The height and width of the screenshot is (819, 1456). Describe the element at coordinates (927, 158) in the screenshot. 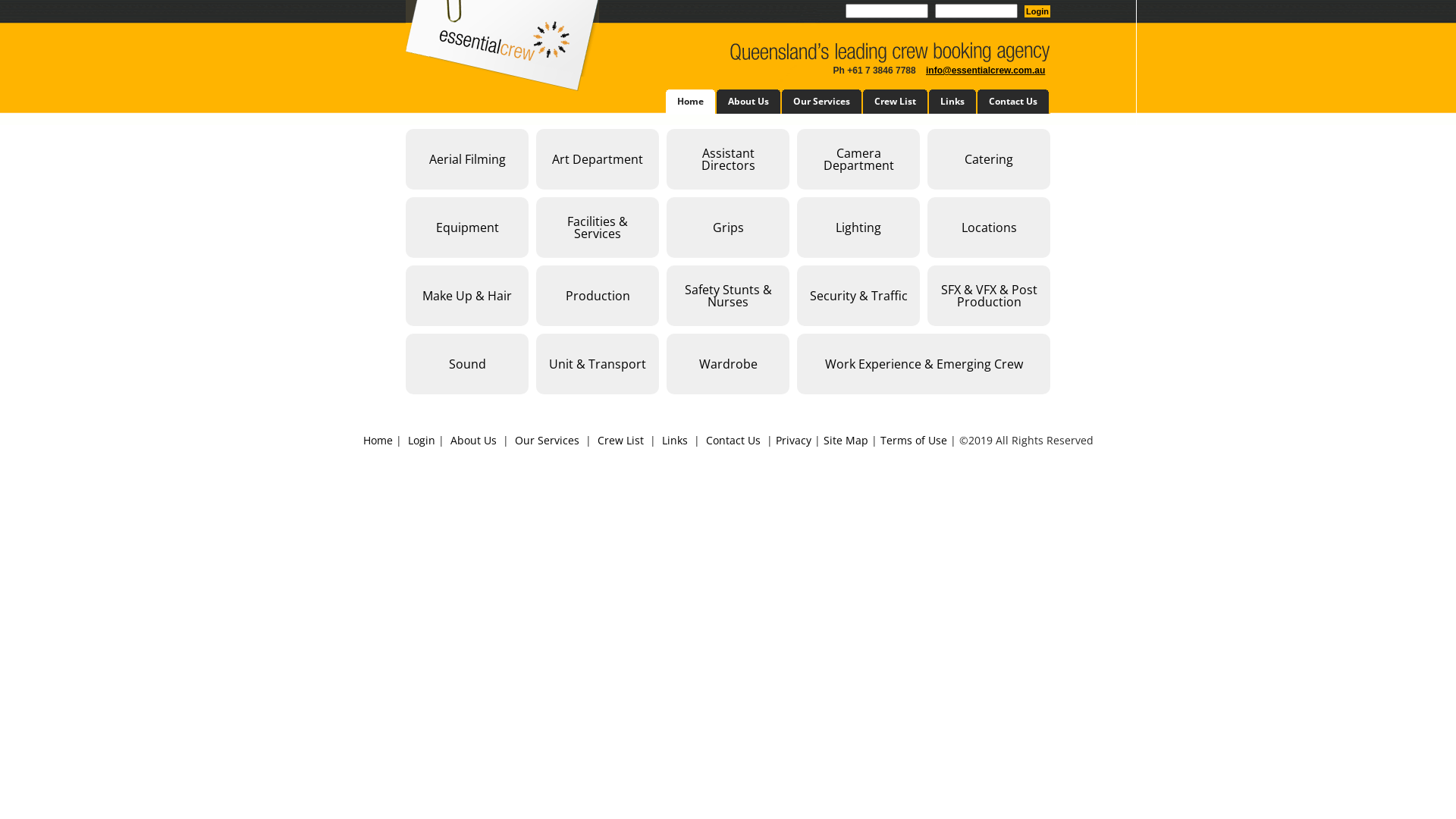

I see `'Catering'` at that location.